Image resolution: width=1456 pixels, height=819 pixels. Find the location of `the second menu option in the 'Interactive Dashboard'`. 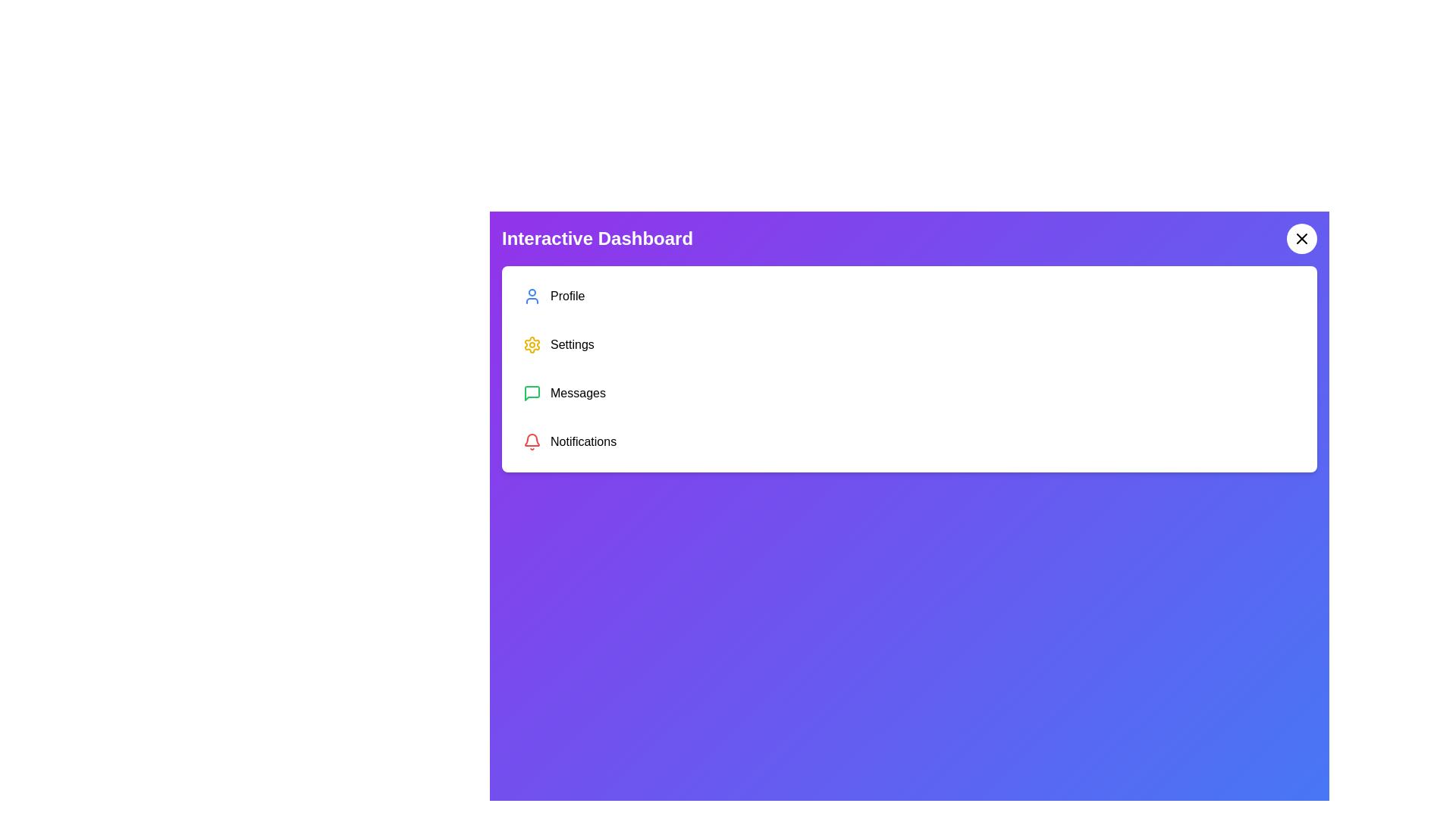

the second menu option in the 'Interactive Dashboard' is located at coordinates (909, 345).